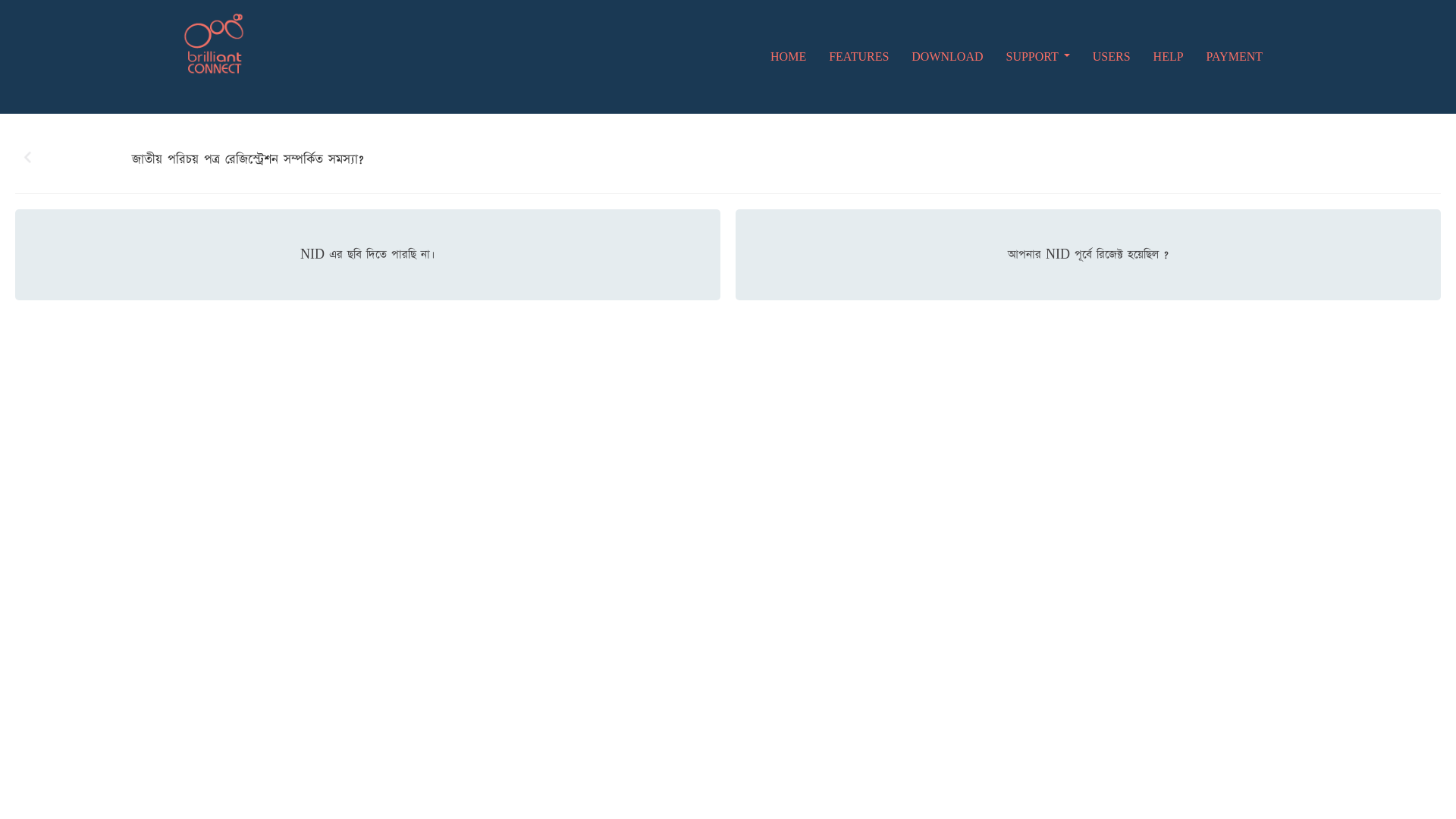  I want to click on 'SUPPORT', so click(1037, 55).